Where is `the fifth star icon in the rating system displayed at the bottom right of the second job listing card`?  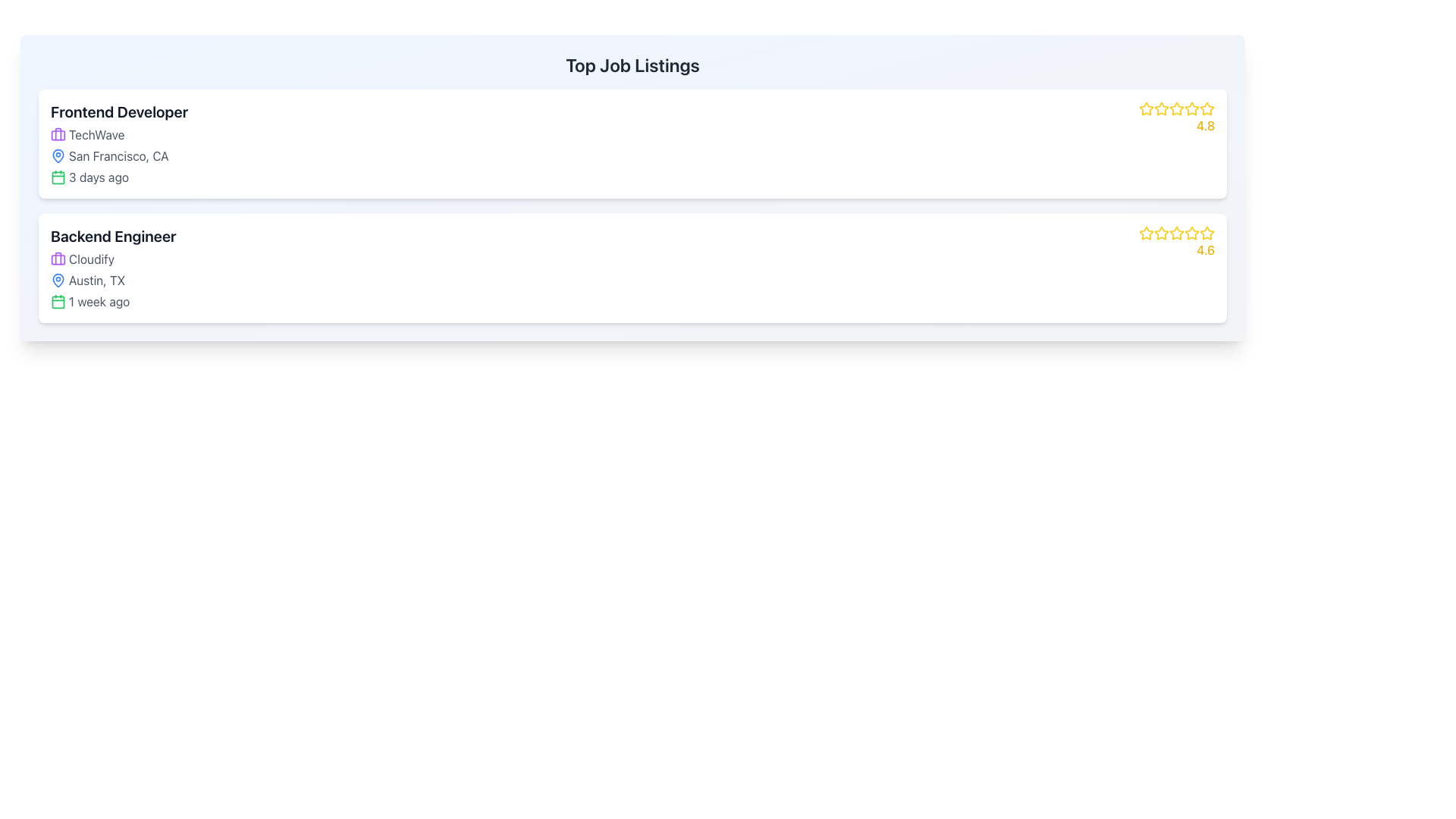
the fifth star icon in the rating system displayed at the bottom right of the second job listing card is located at coordinates (1191, 234).